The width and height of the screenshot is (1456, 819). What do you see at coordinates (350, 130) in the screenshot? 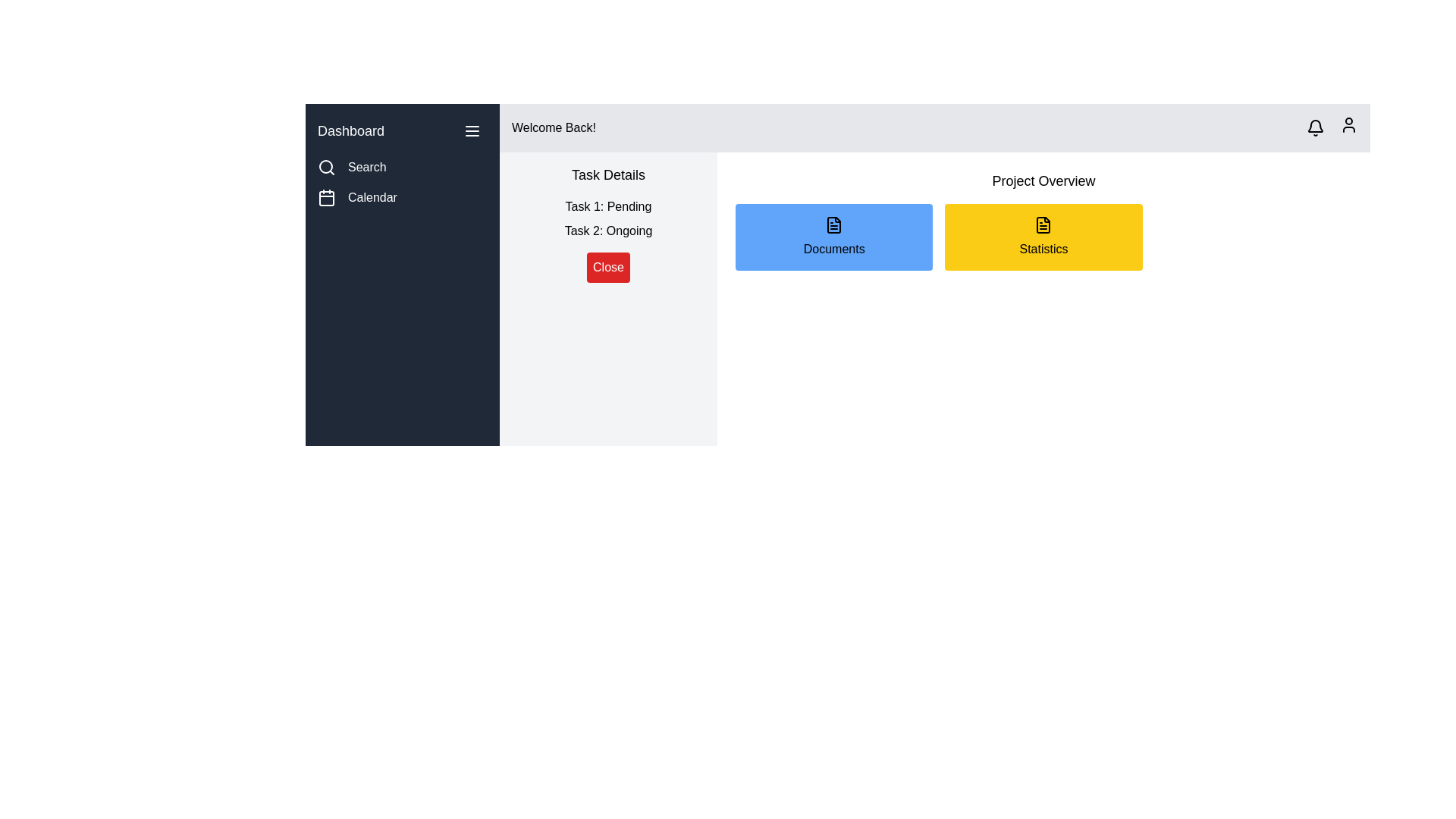
I see `'Dashboard' Text Label located in the top-left corner of the vertical sidebar, which indicates the current section of the interface` at bounding box center [350, 130].